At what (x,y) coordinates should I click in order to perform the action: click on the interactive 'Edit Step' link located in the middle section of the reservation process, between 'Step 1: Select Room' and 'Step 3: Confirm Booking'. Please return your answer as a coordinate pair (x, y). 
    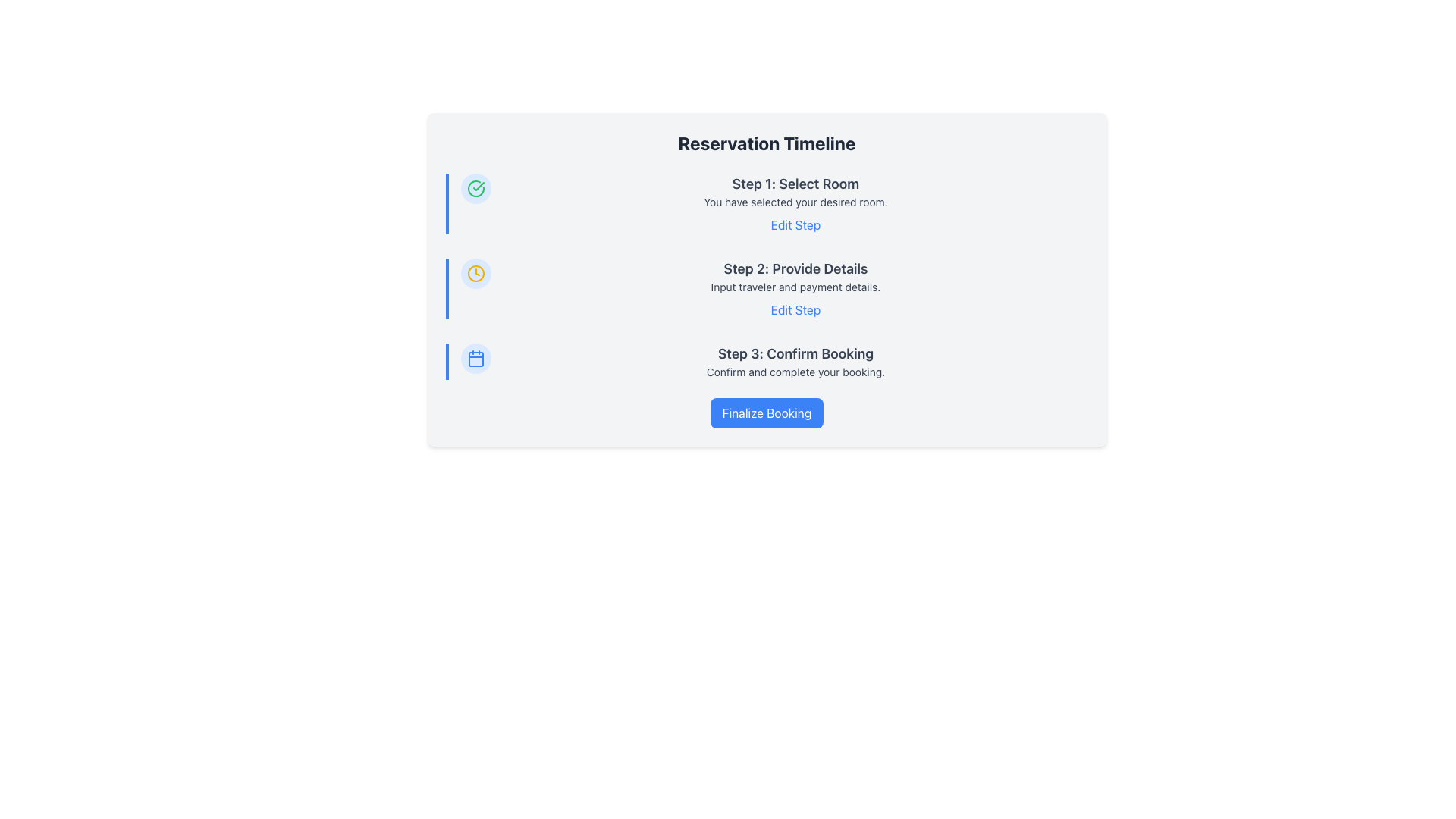
    Looking at the image, I should click on (795, 289).